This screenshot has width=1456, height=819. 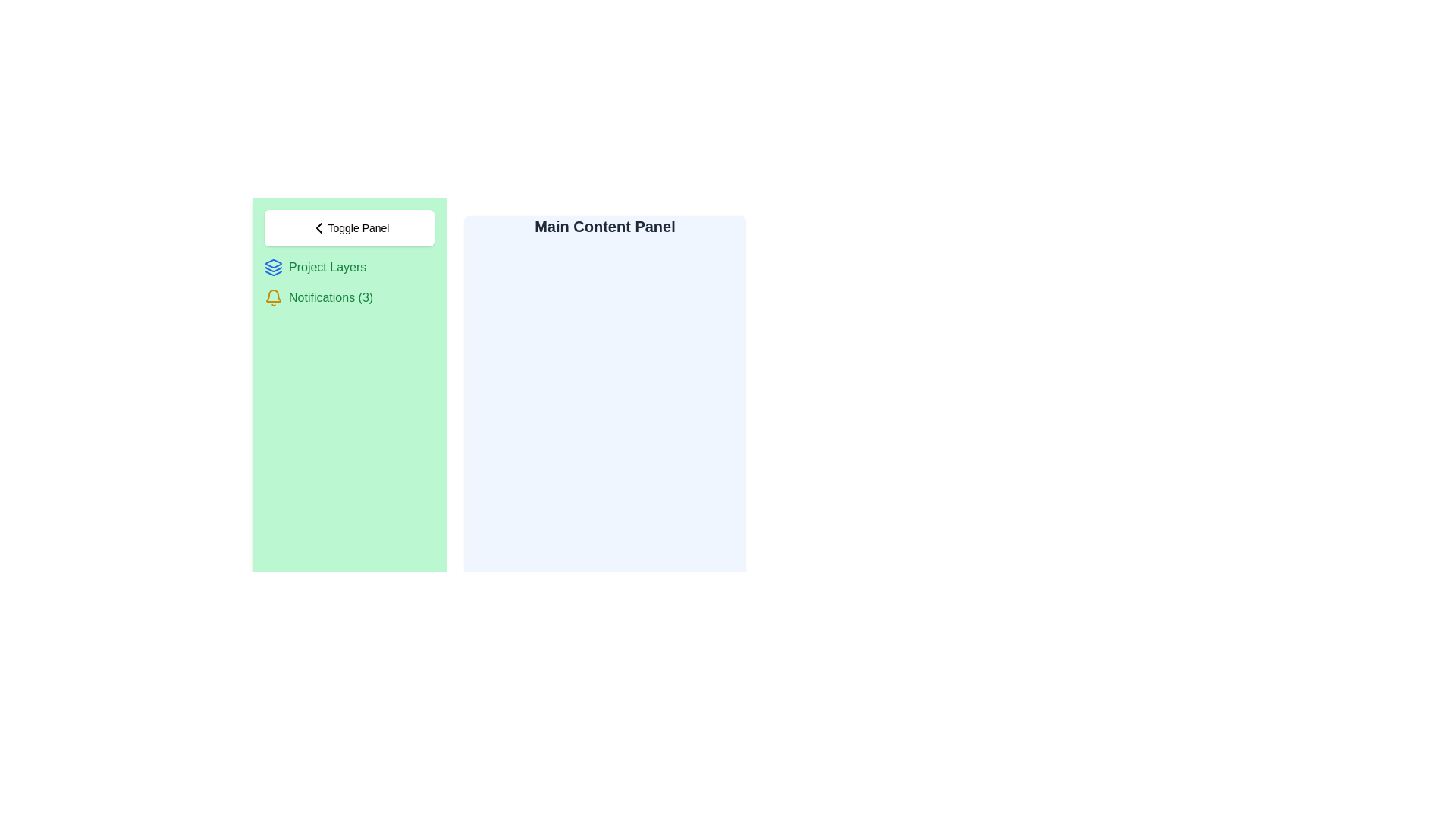 I want to click on the grouped display element containing icons and textual labels for 'Project Layers' and 'Notifications', located in the green panel on the left side of the interface, so click(x=348, y=283).